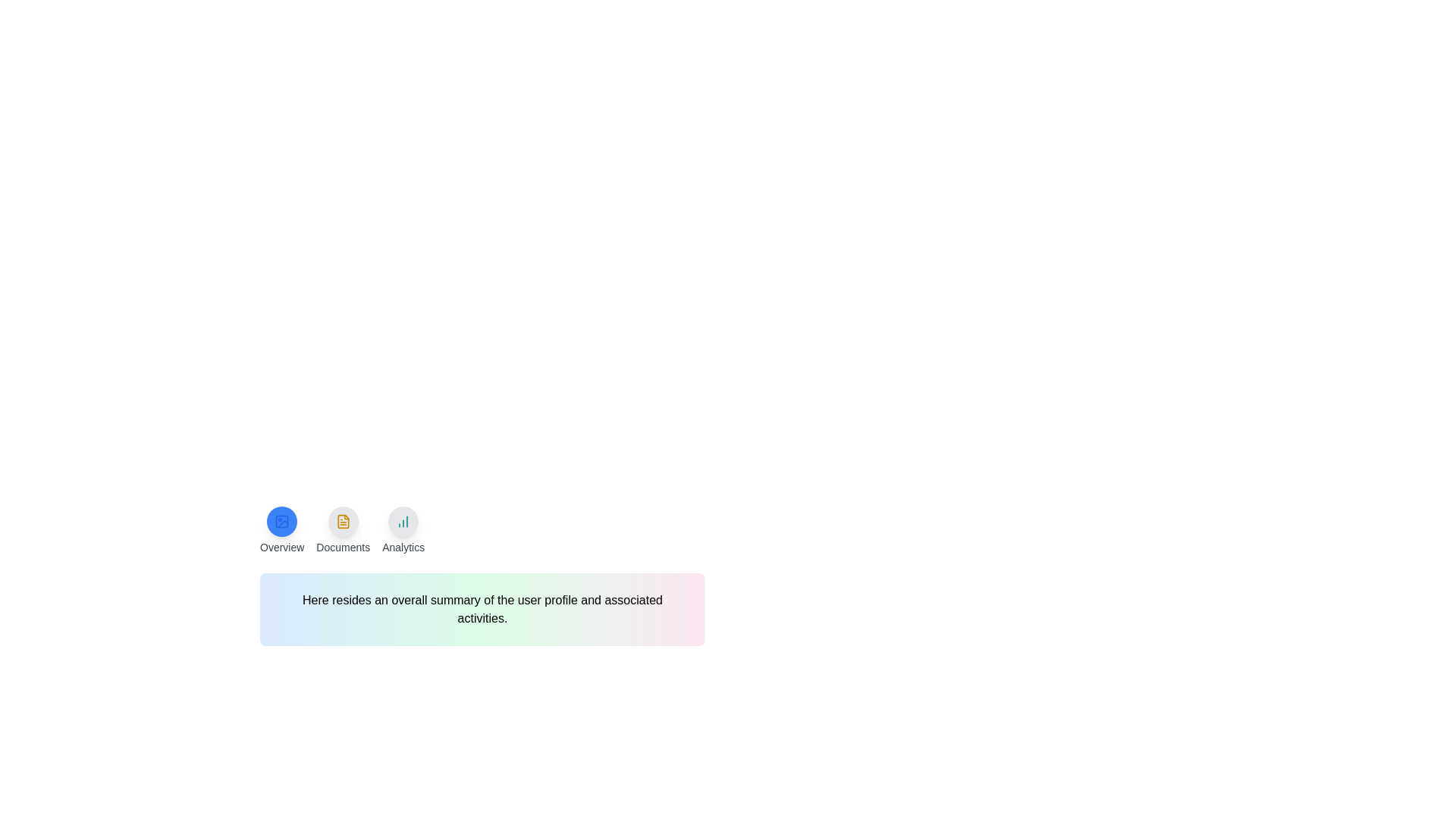  What do you see at coordinates (282, 520) in the screenshot?
I see `the leftmost button component with an icon at the top center of the interface for tooltip or visual feedback` at bounding box center [282, 520].